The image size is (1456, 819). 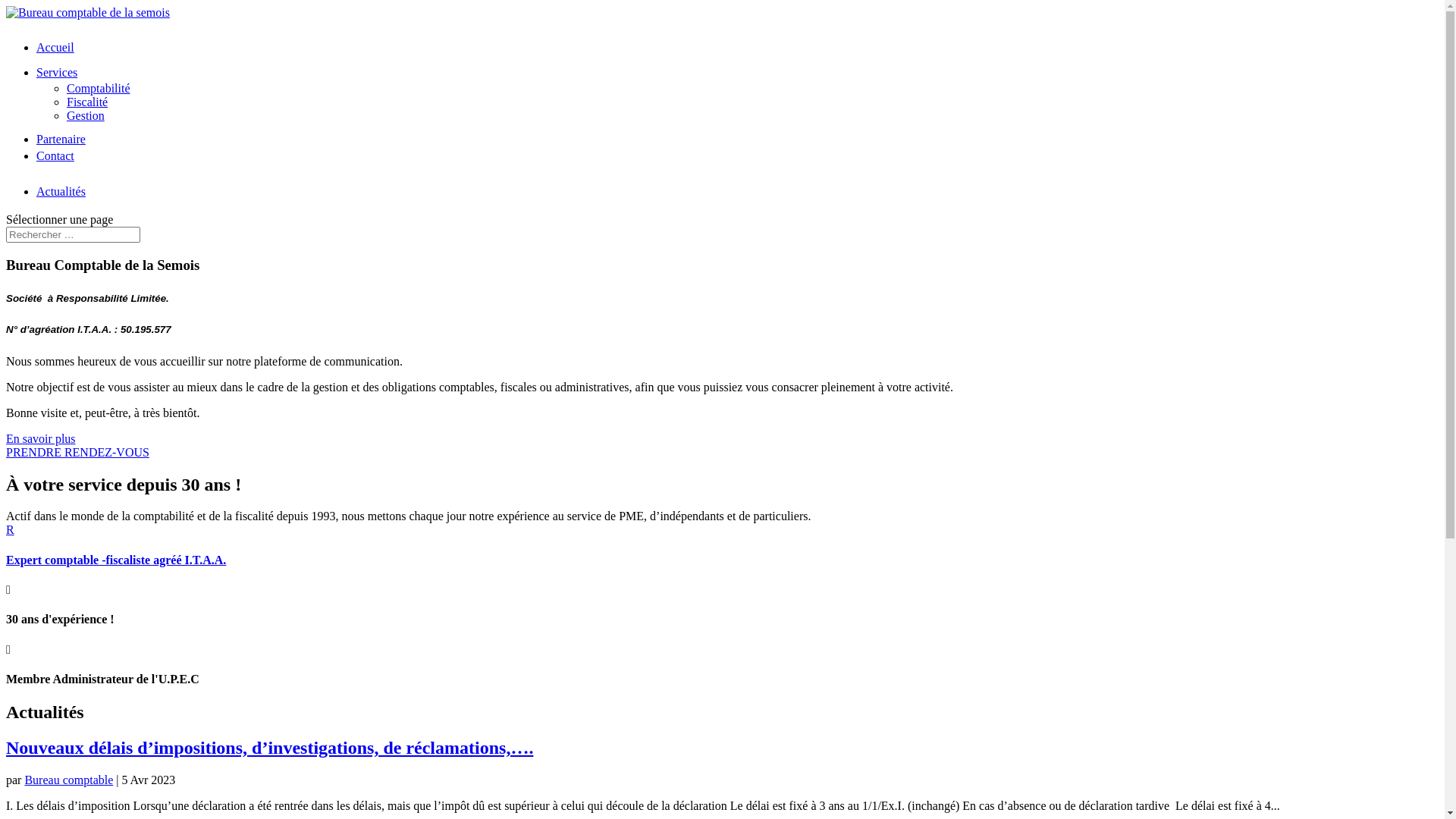 I want to click on 'Gestion', so click(x=85, y=115).